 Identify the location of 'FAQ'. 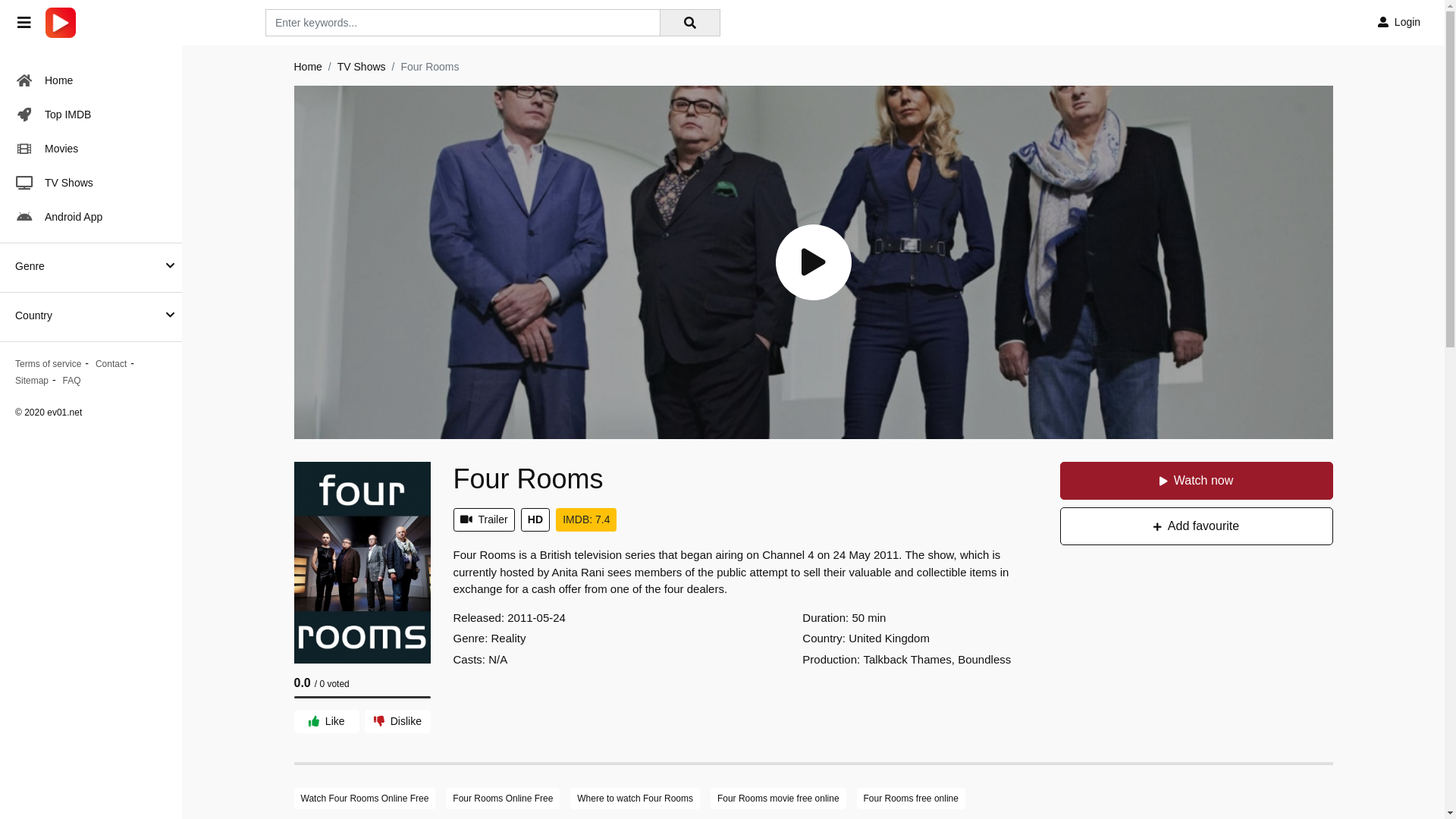
(71, 380).